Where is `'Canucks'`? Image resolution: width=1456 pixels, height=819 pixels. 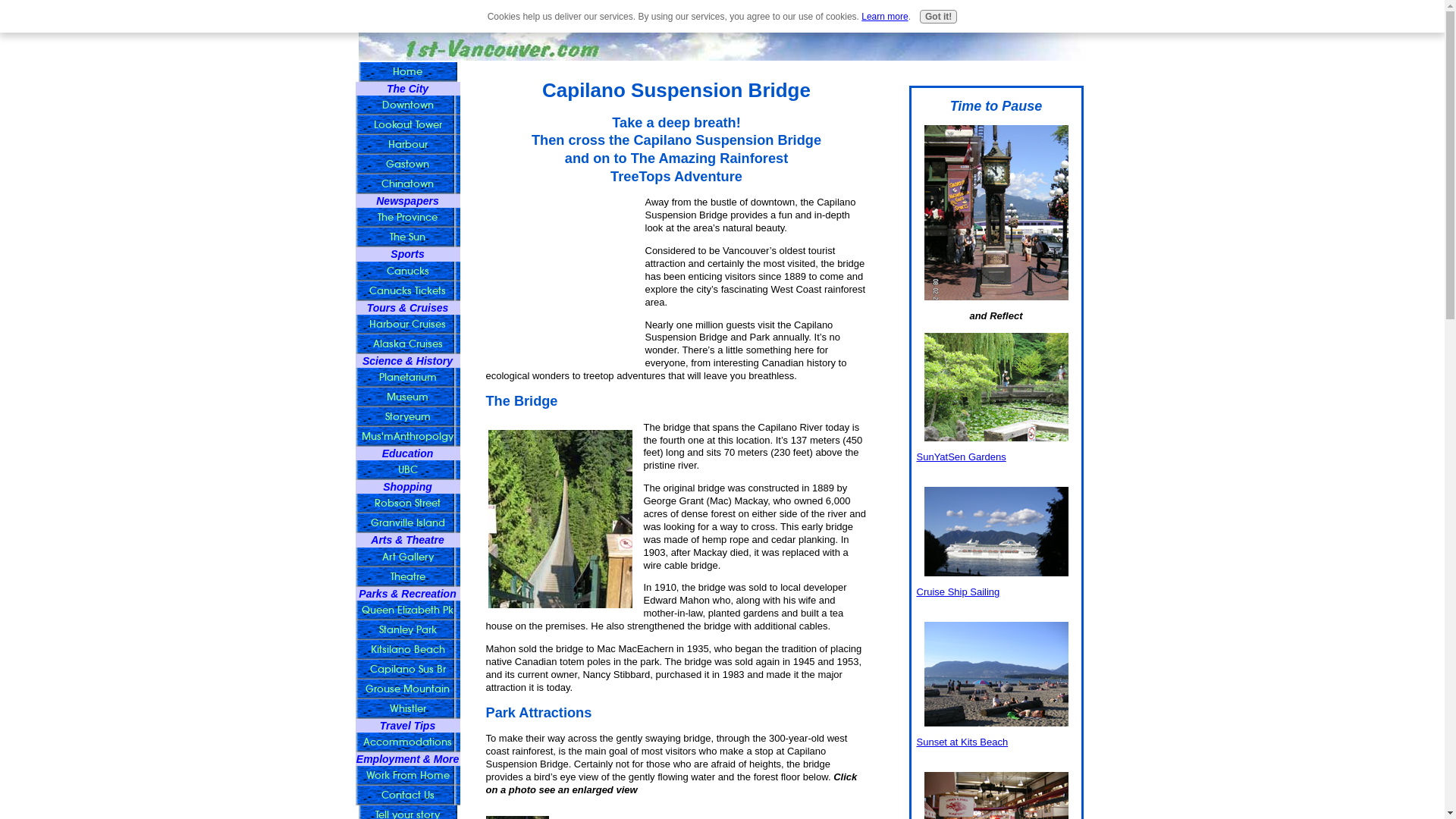
'Canucks' is located at coordinates (407, 271).